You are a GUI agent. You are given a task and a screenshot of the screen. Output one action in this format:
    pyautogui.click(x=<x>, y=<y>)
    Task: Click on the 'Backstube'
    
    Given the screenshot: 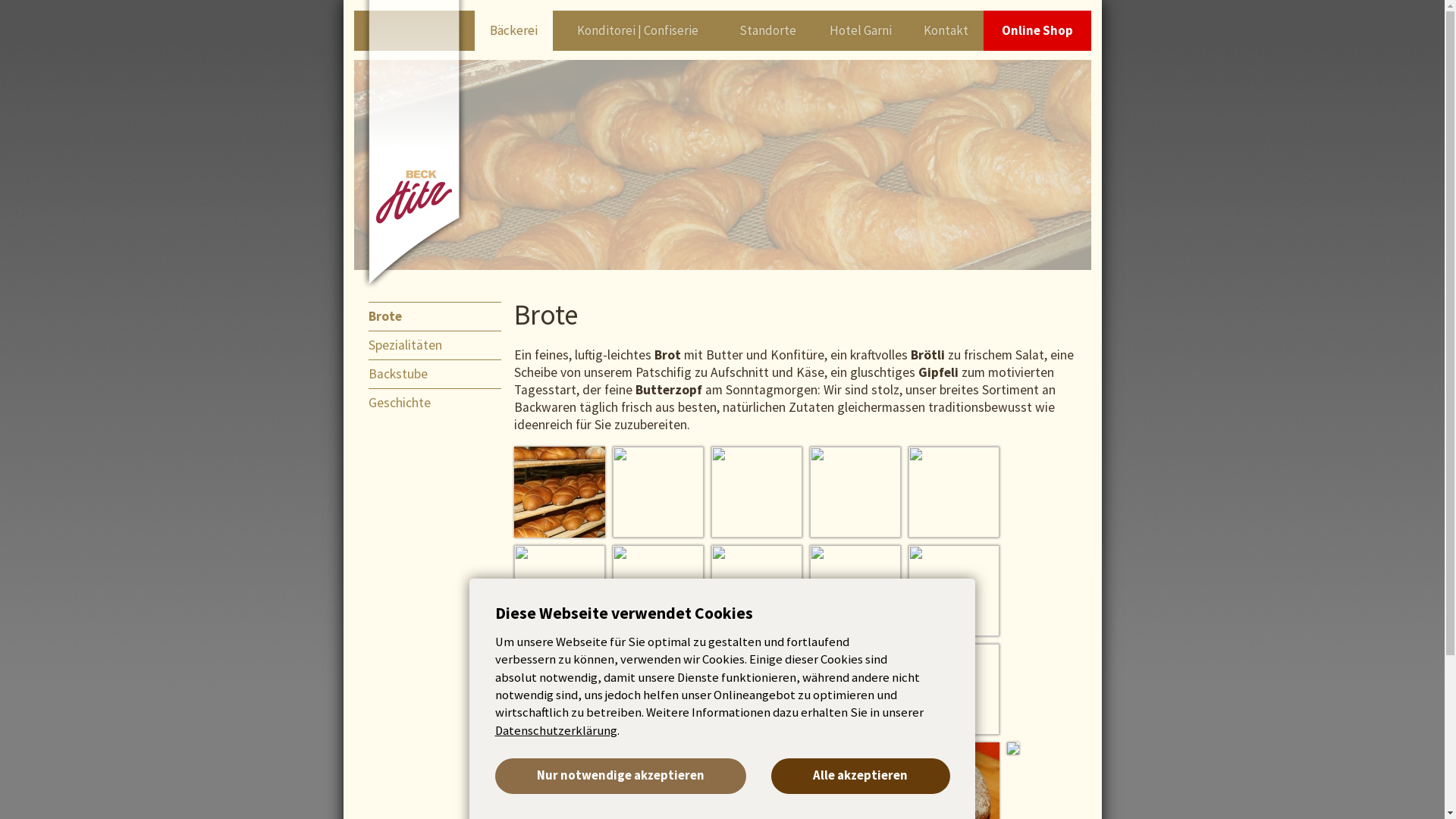 What is the action you would take?
    pyautogui.click(x=368, y=374)
    